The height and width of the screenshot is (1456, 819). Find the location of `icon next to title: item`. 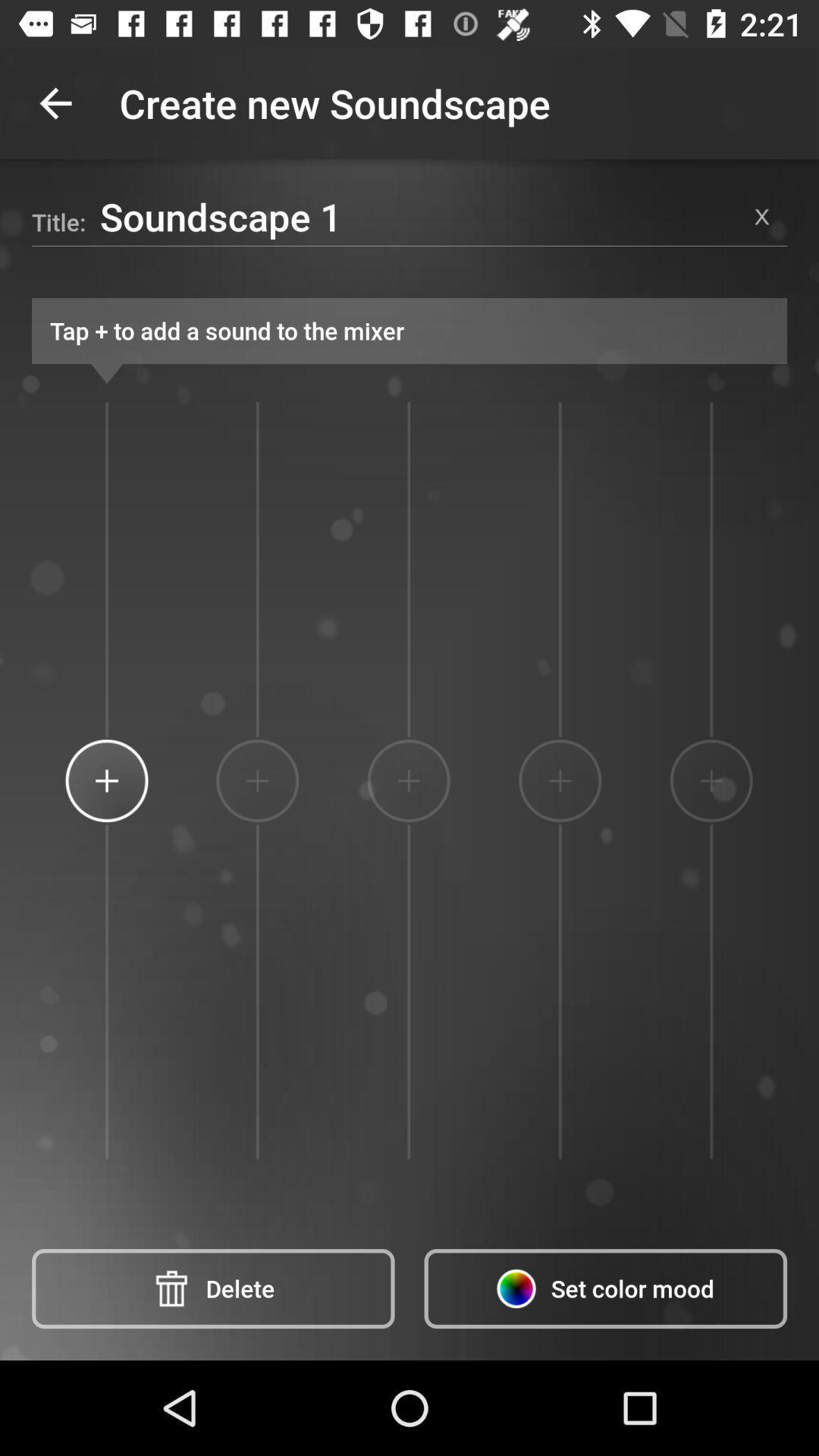

icon next to title: item is located at coordinates (418, 215).